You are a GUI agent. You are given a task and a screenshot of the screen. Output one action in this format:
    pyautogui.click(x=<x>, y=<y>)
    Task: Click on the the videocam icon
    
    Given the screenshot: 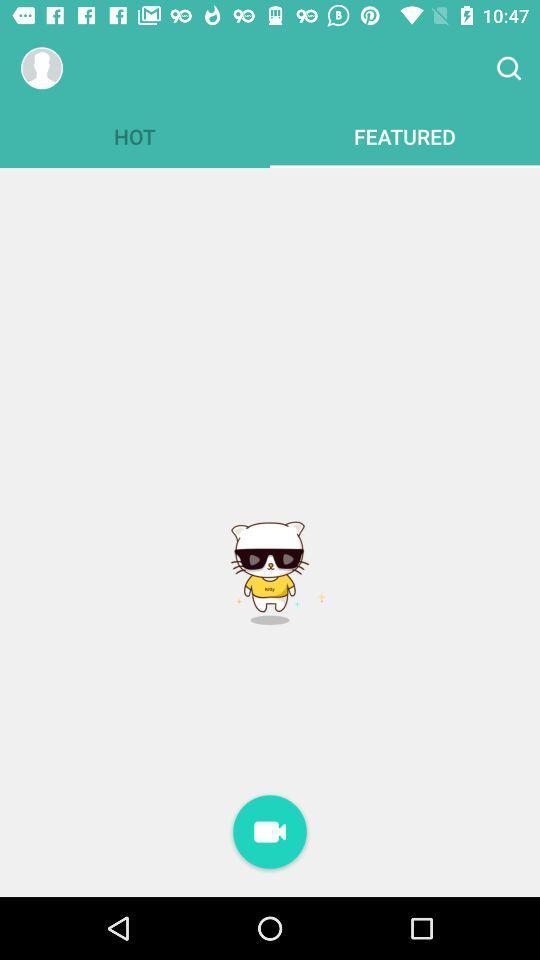 What is the action you would take?
    pyautogui.click(x=270, y=833)
    